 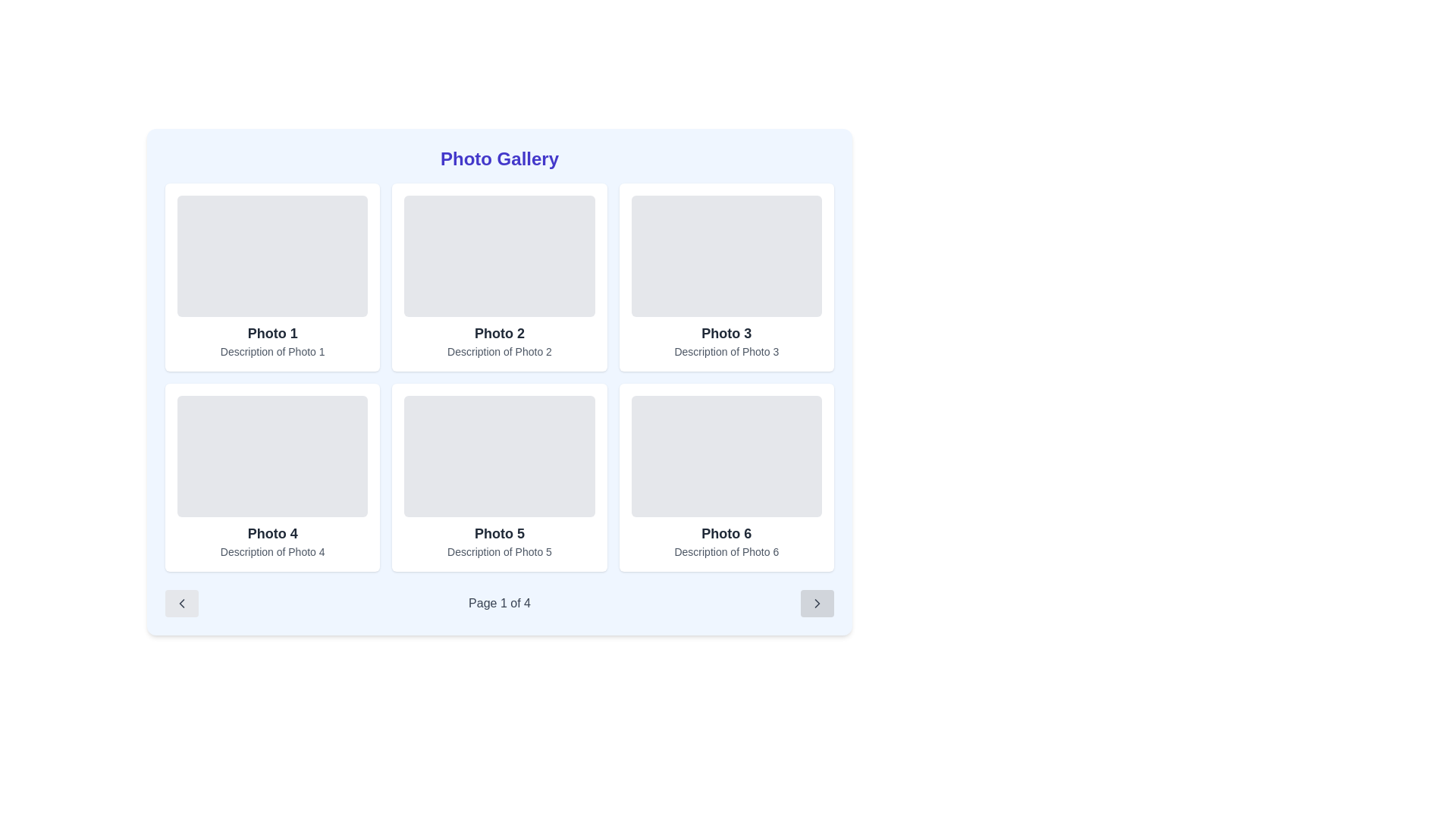 I want to click on the Text Label that provides a title for the fifth photo, positioned in the second row and middle column of the grid layout, so click(x=499, y=533).